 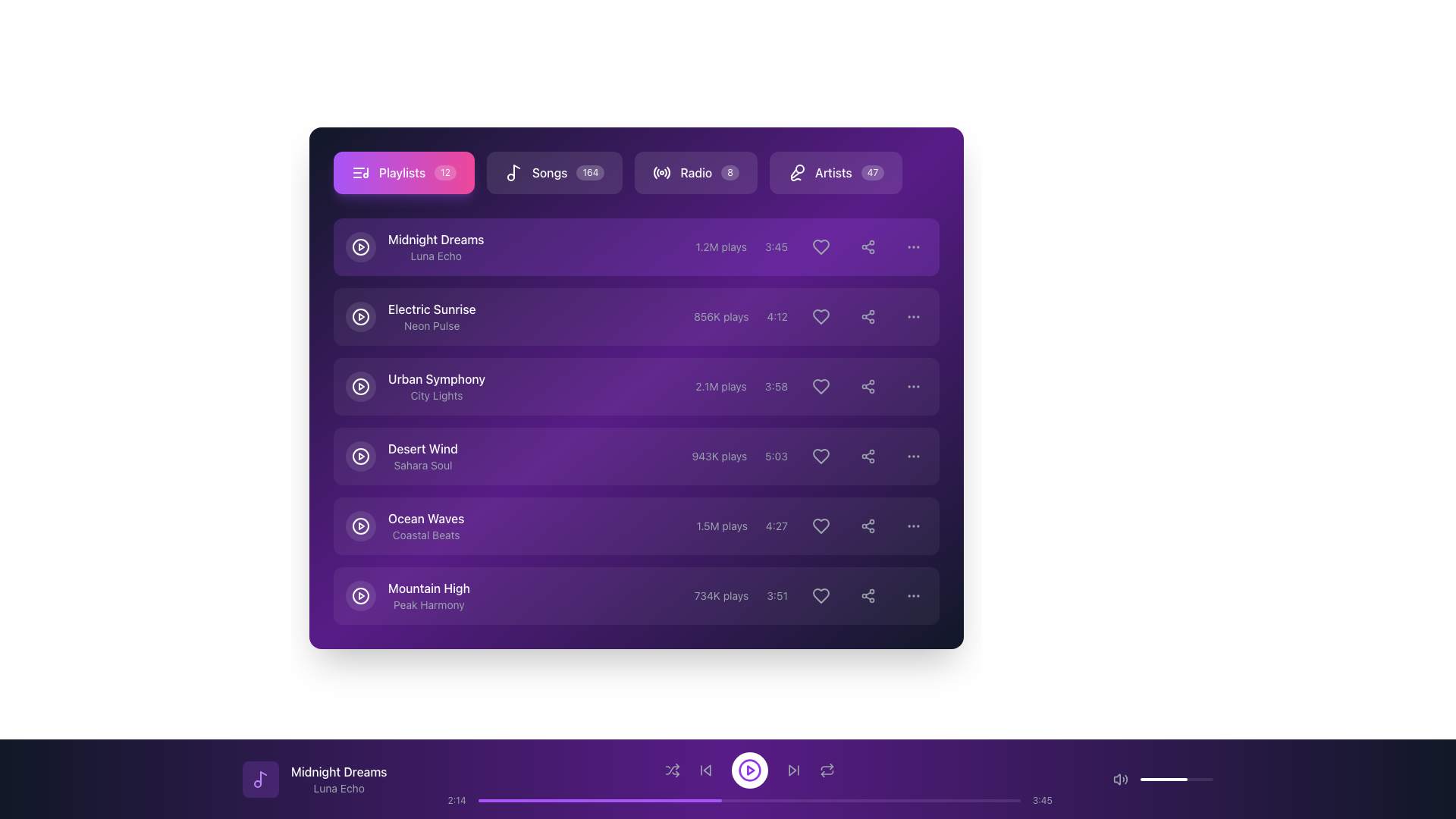 I want to click on the 'like' button for the song 'Mountain High' located at the bottommost row of the playlist, positioned at the far right side next to the share icon, so click(x=821, y=595).